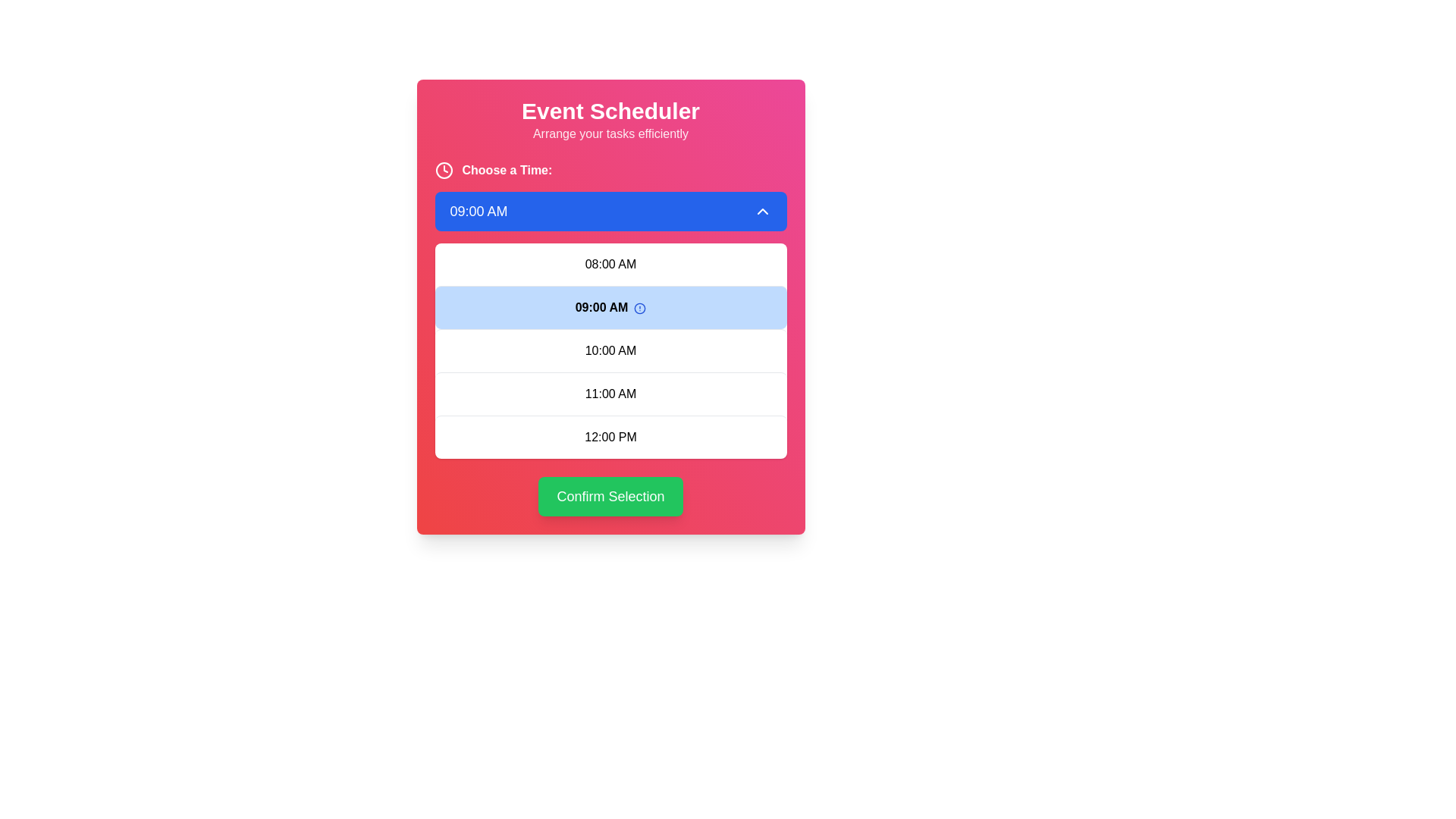  What do you see at coordinates (443, 170) in the screenshot?
I see `the time selection icon located to the left of the 'Choose a Time:' text label in the interface` at bounding box center [443, 170].